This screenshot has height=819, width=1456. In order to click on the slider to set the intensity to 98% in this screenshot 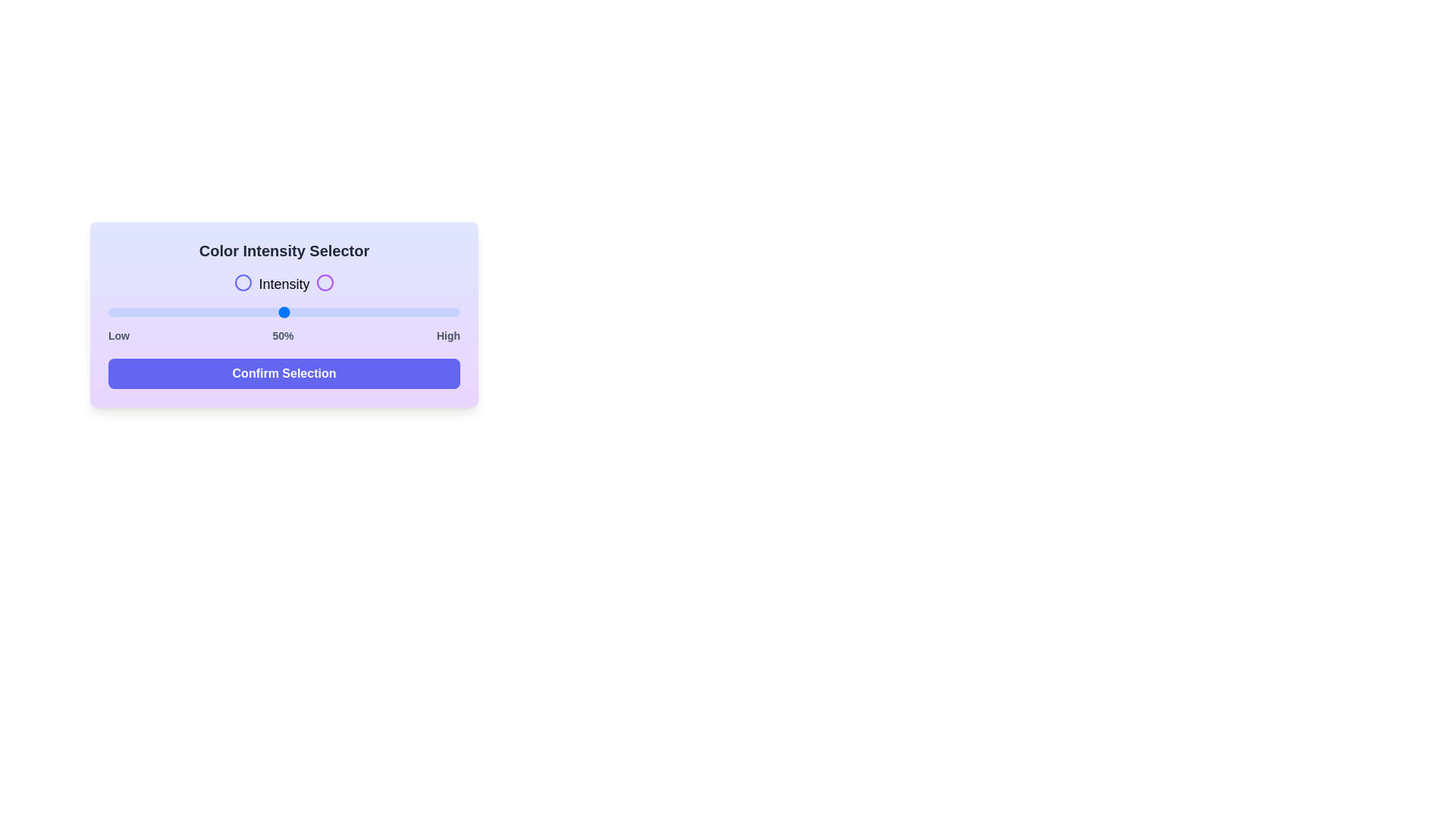, I will do `click(452, 312)`.